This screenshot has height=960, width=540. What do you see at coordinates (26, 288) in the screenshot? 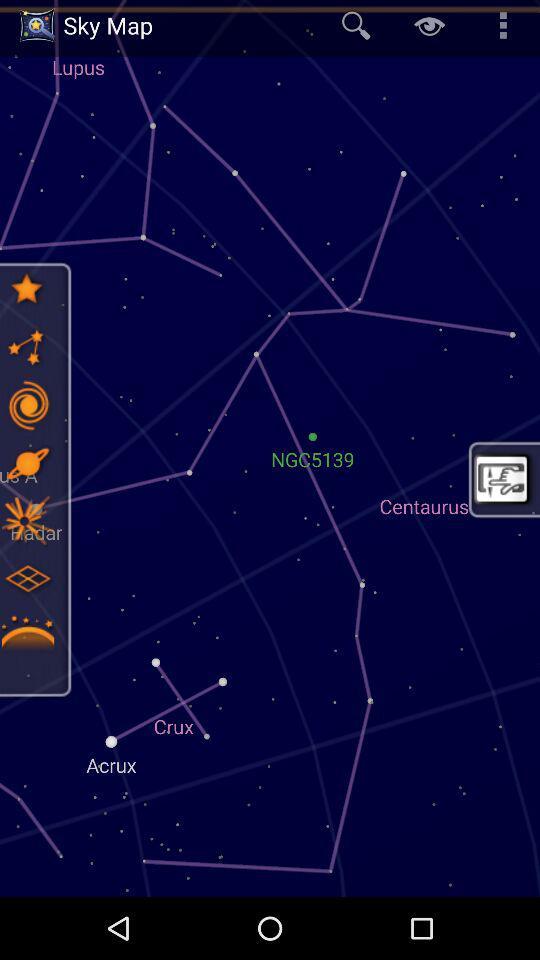
I see `the star icon` at bounding box center [26, 288].